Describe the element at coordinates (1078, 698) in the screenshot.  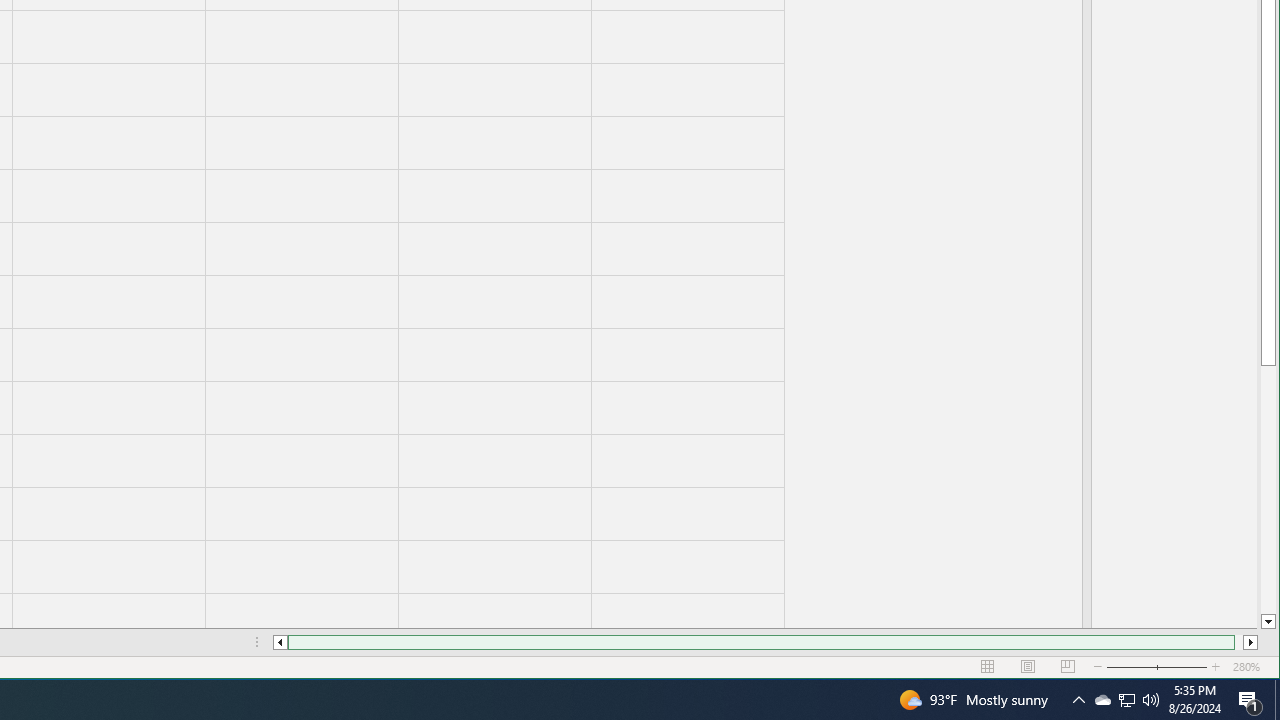
I see `'Notification Chevron'` at that location.